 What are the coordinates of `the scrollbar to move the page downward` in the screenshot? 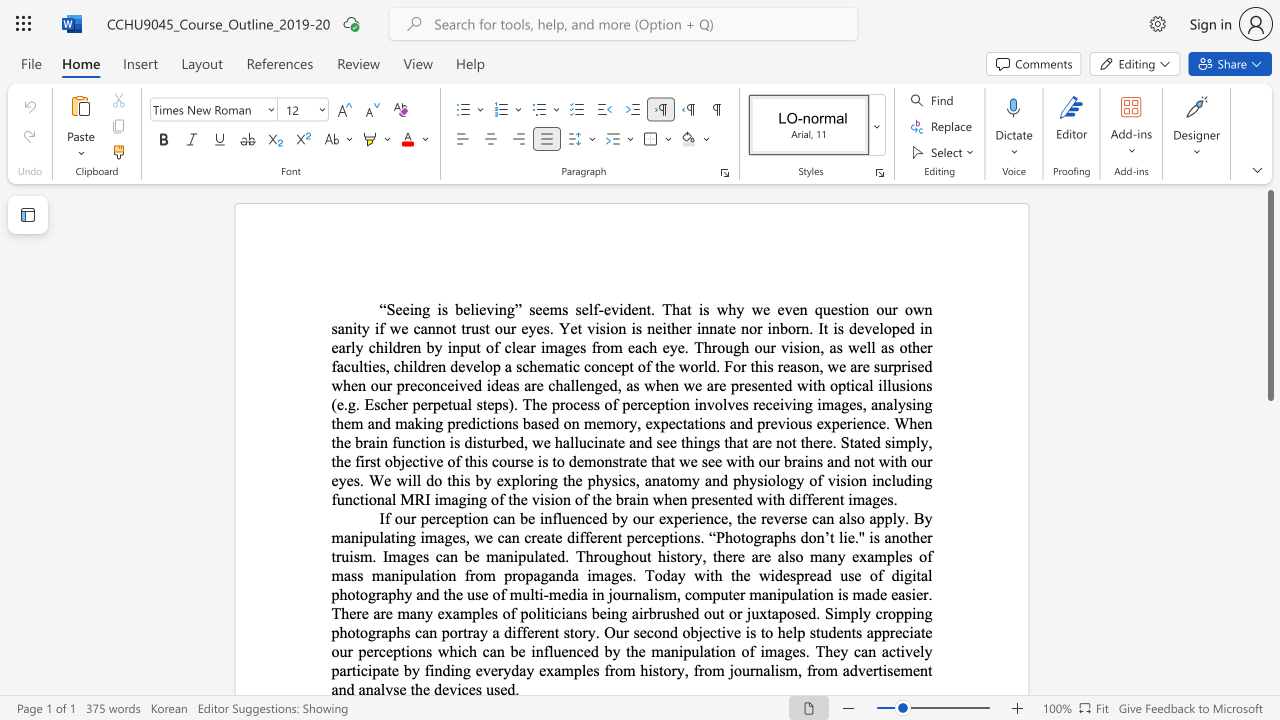 It's located at (1269, 540).